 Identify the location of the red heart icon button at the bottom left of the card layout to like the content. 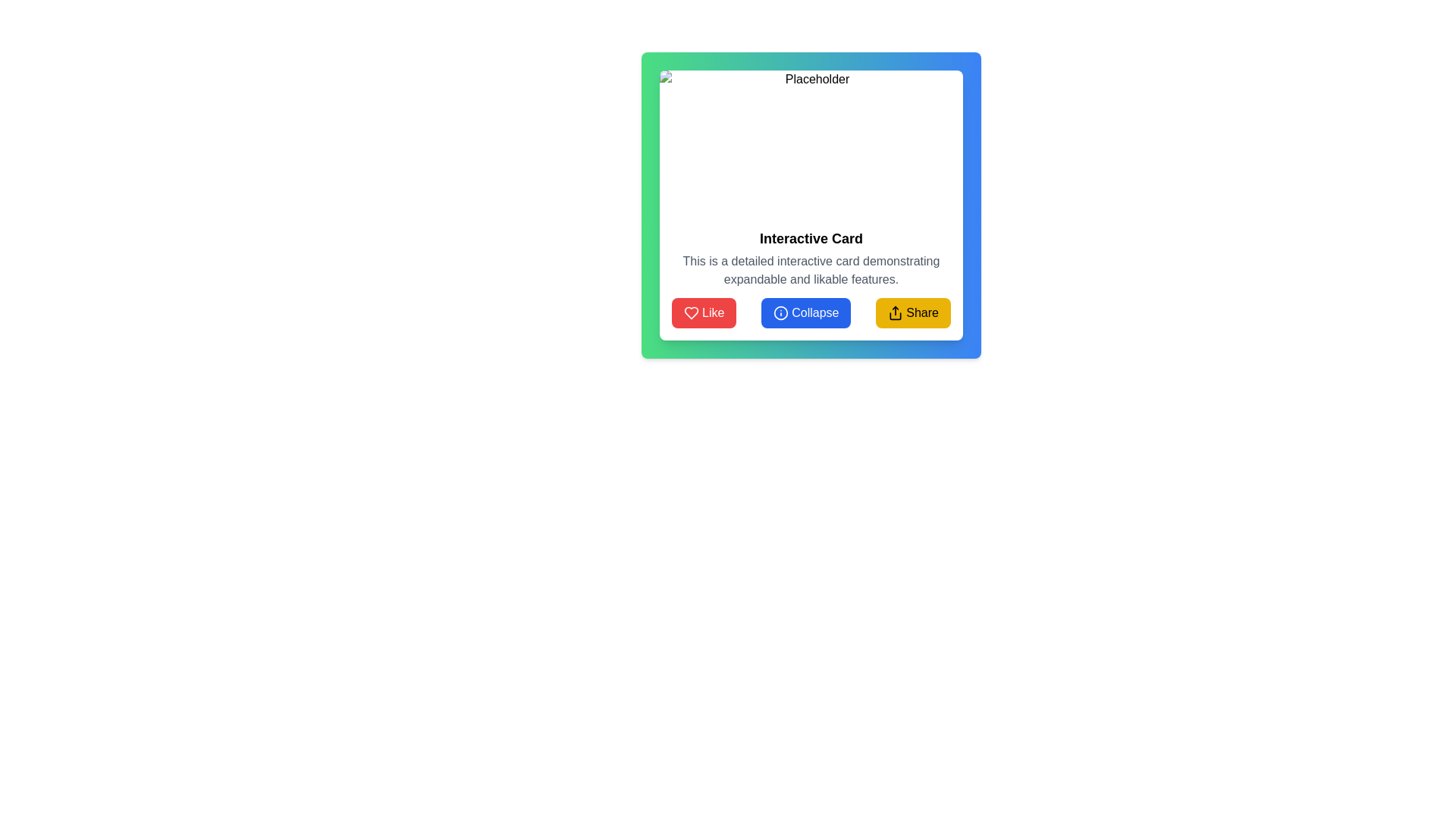
(691, 312).